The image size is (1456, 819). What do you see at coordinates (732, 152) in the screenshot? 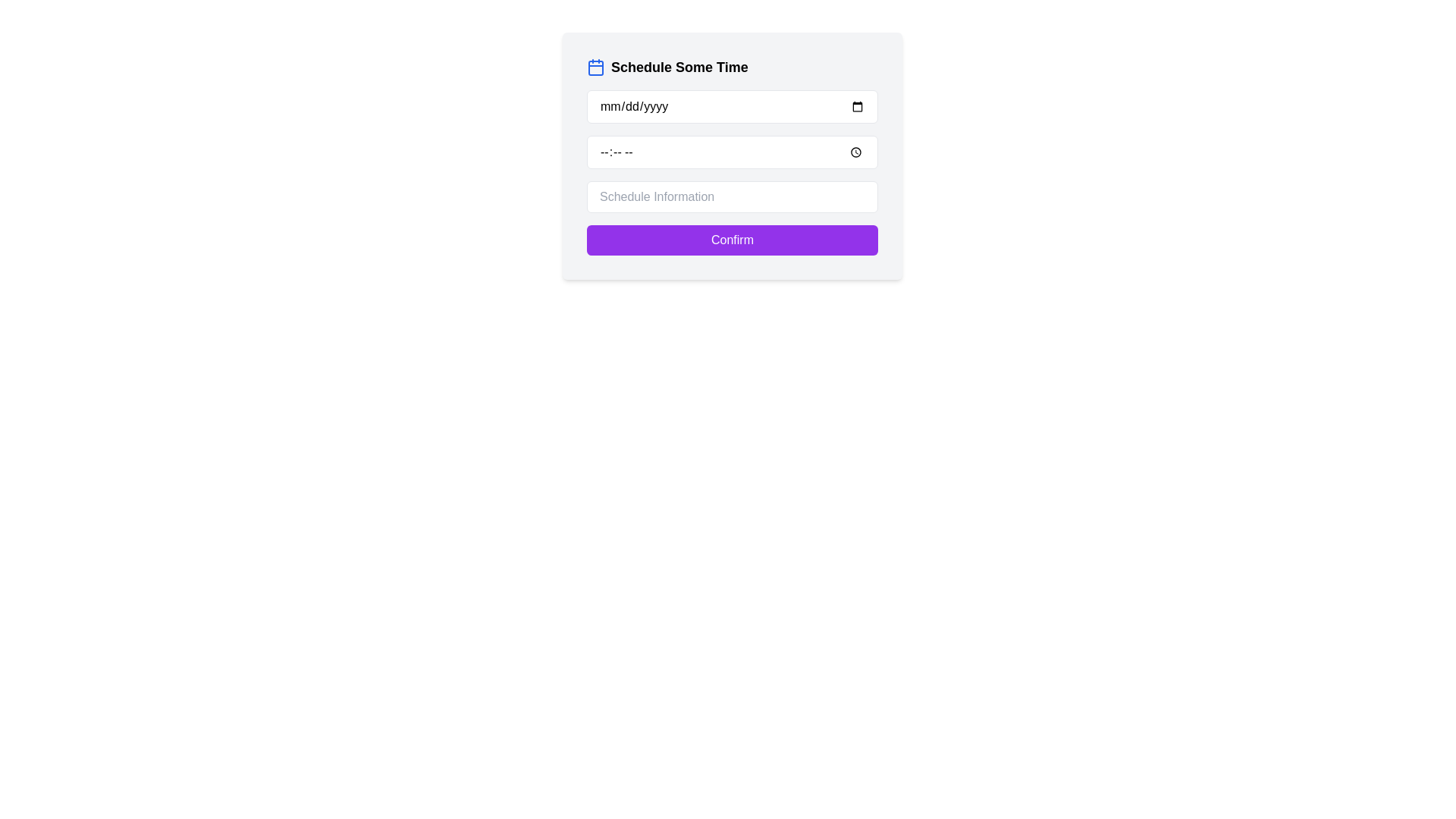
I see `the Time input field` at bounding box center [732, 152].